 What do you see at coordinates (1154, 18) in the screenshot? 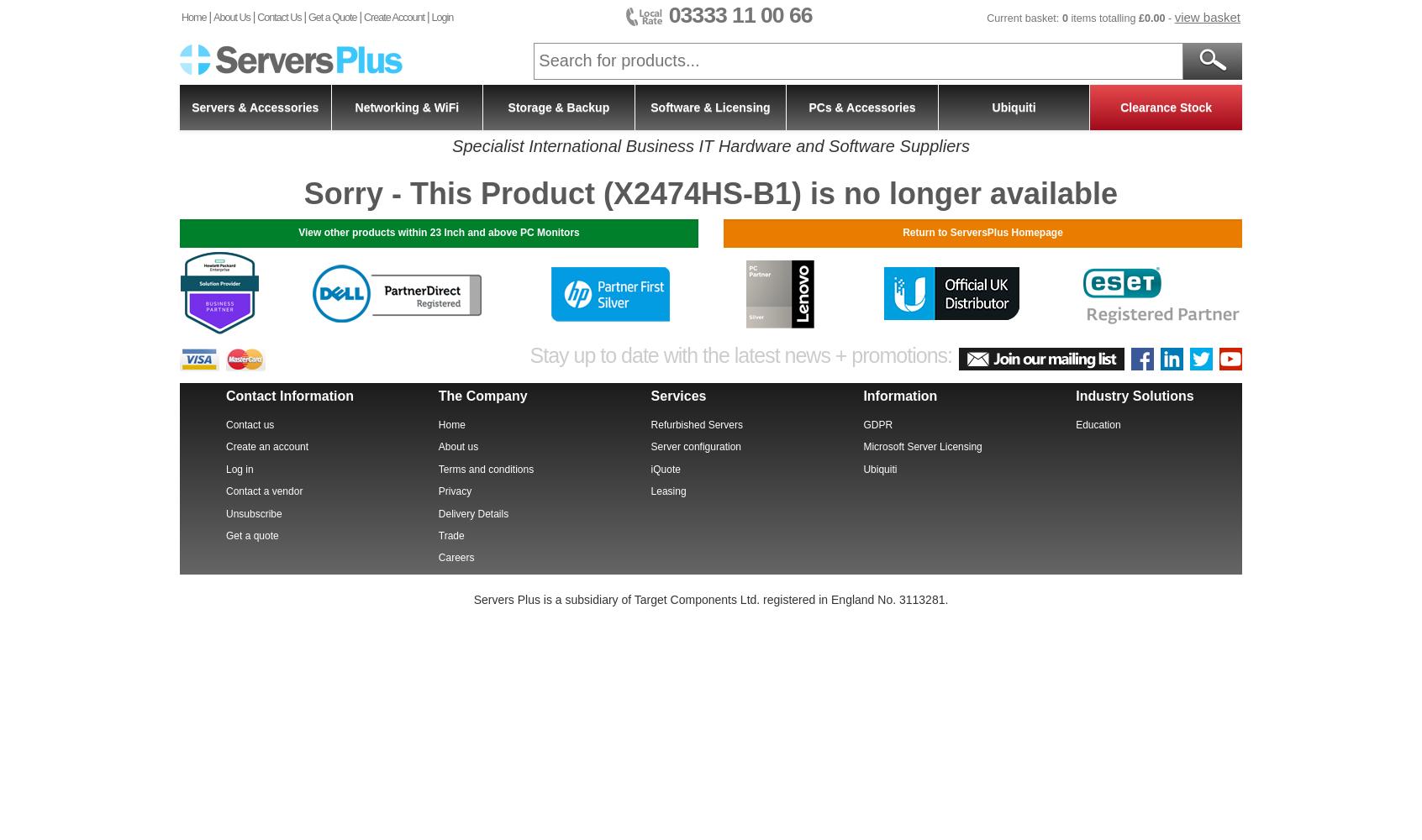
I see `'0.00'` at bounding box center [1154, 18].